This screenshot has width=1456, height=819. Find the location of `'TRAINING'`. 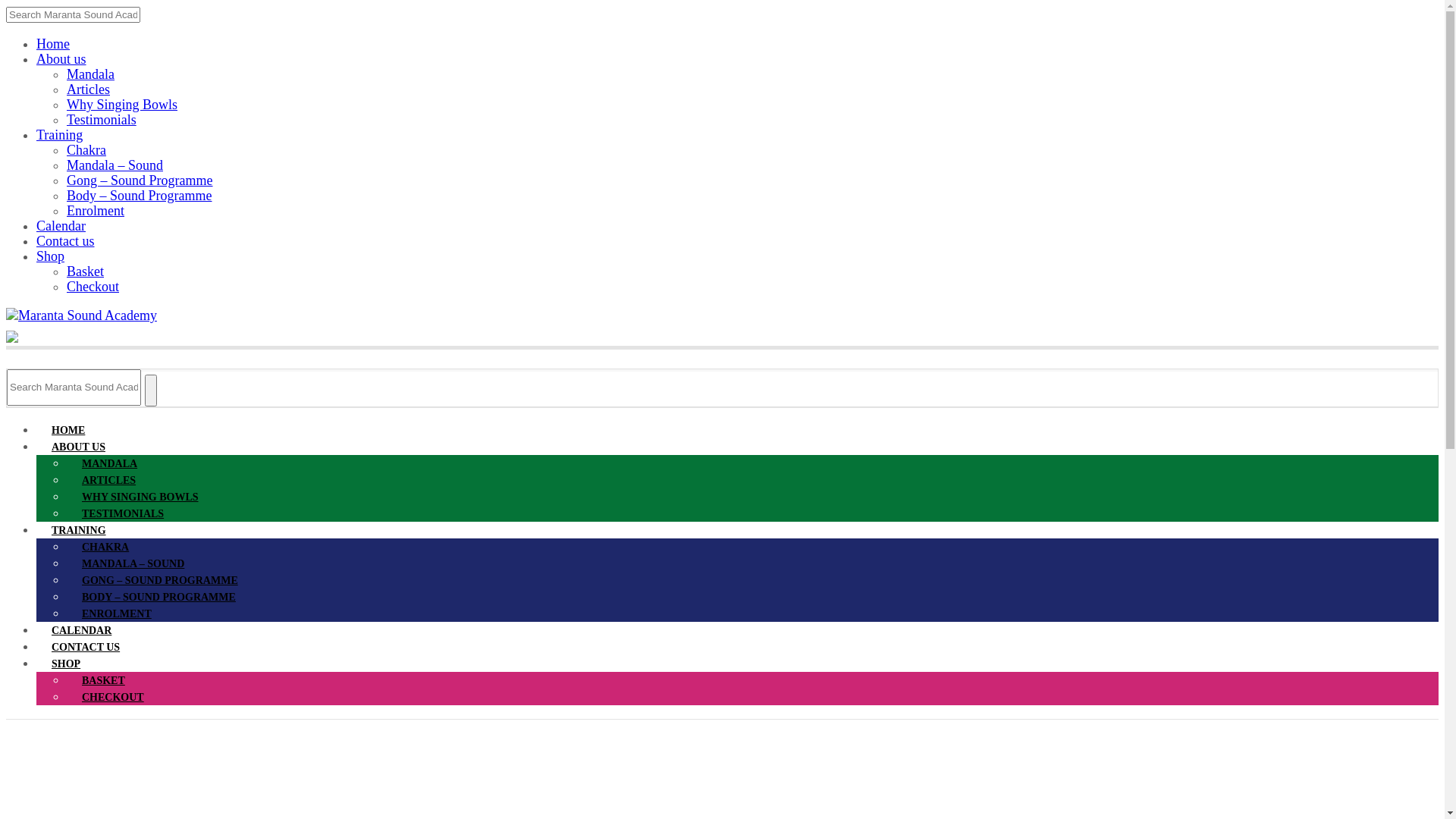

'TRAINING' is located at coordinates (78, 529).